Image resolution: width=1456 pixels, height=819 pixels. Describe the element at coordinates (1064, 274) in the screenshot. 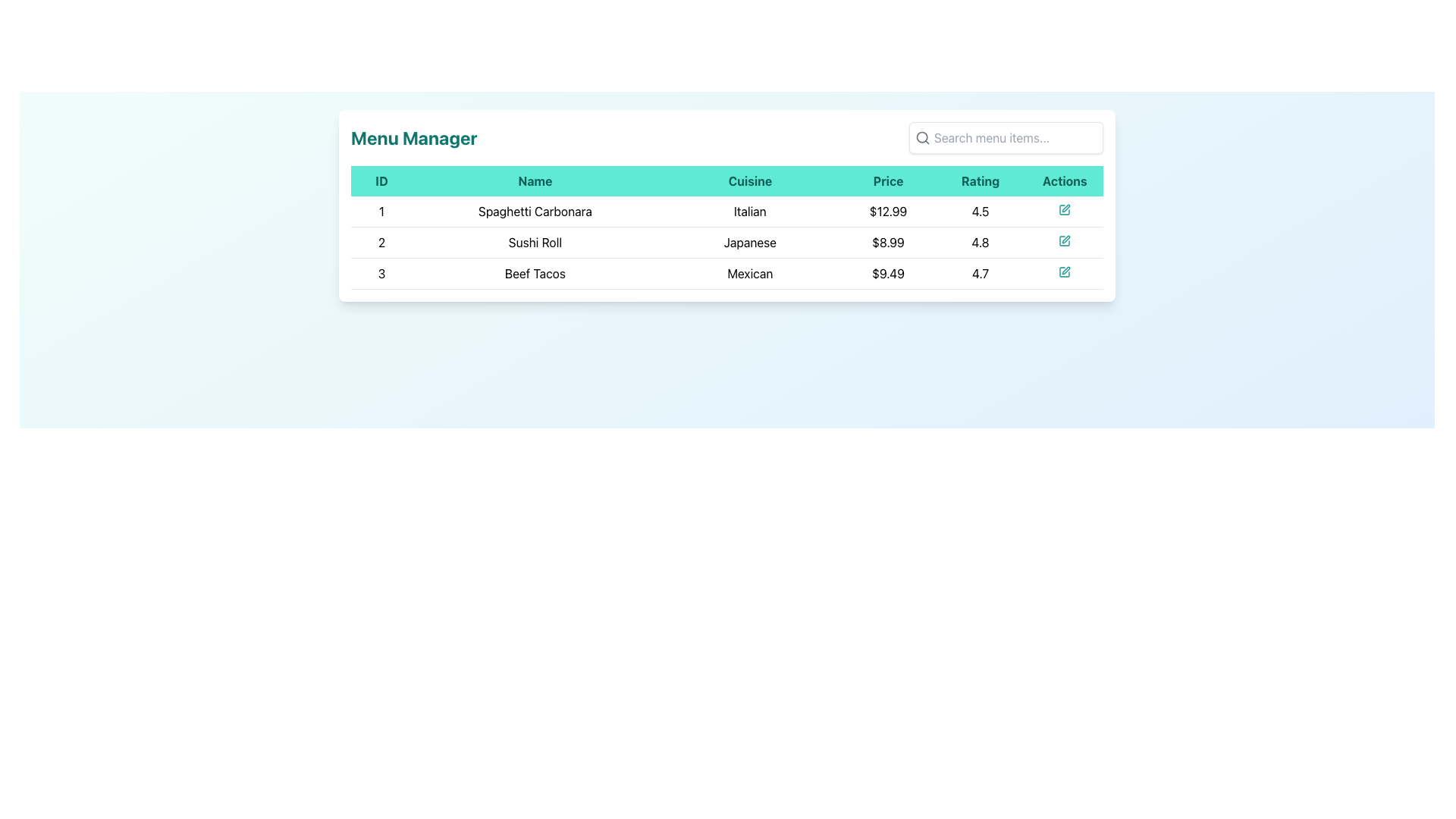

I see `the Edit Icon in the Actions column of the third row` at that location.